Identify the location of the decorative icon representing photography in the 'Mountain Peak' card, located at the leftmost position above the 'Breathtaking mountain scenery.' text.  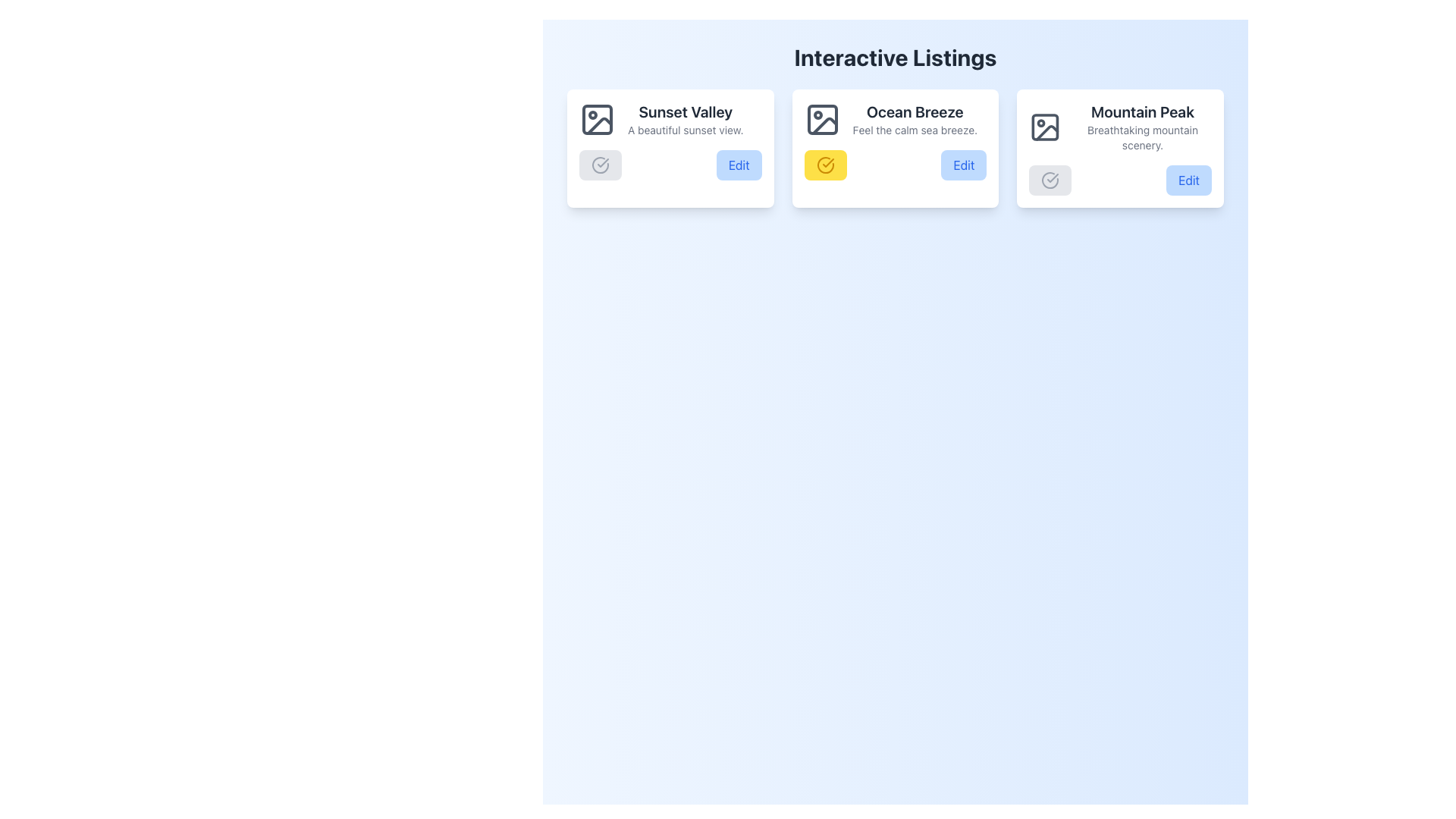
(1044, 127).